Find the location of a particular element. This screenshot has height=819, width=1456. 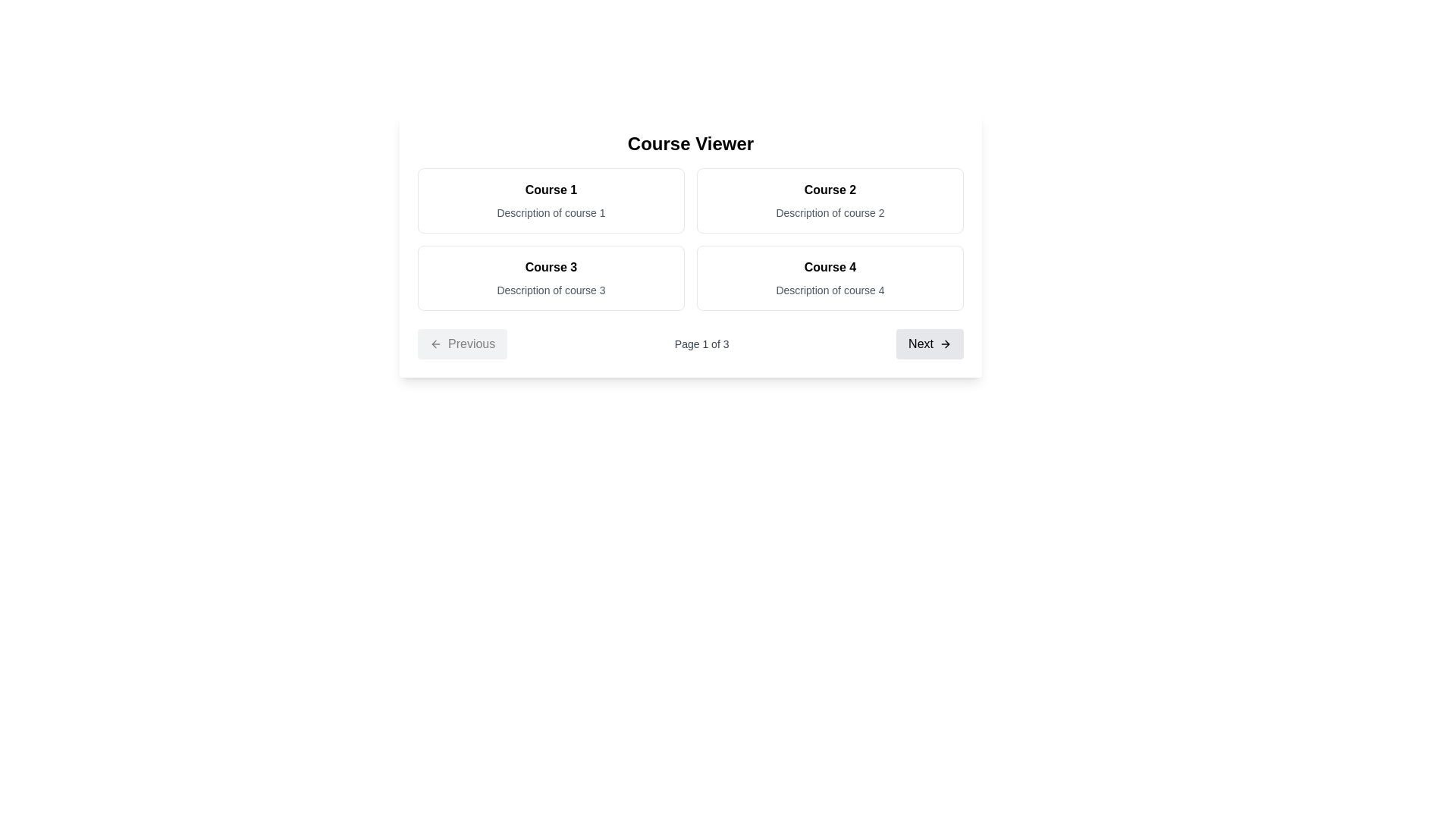

the informational card labeled 'Course 3' that contains a description of the course, located in the bottom-left cell of a 2-row, 2-column grid layout is located at coordinates (550, 278).